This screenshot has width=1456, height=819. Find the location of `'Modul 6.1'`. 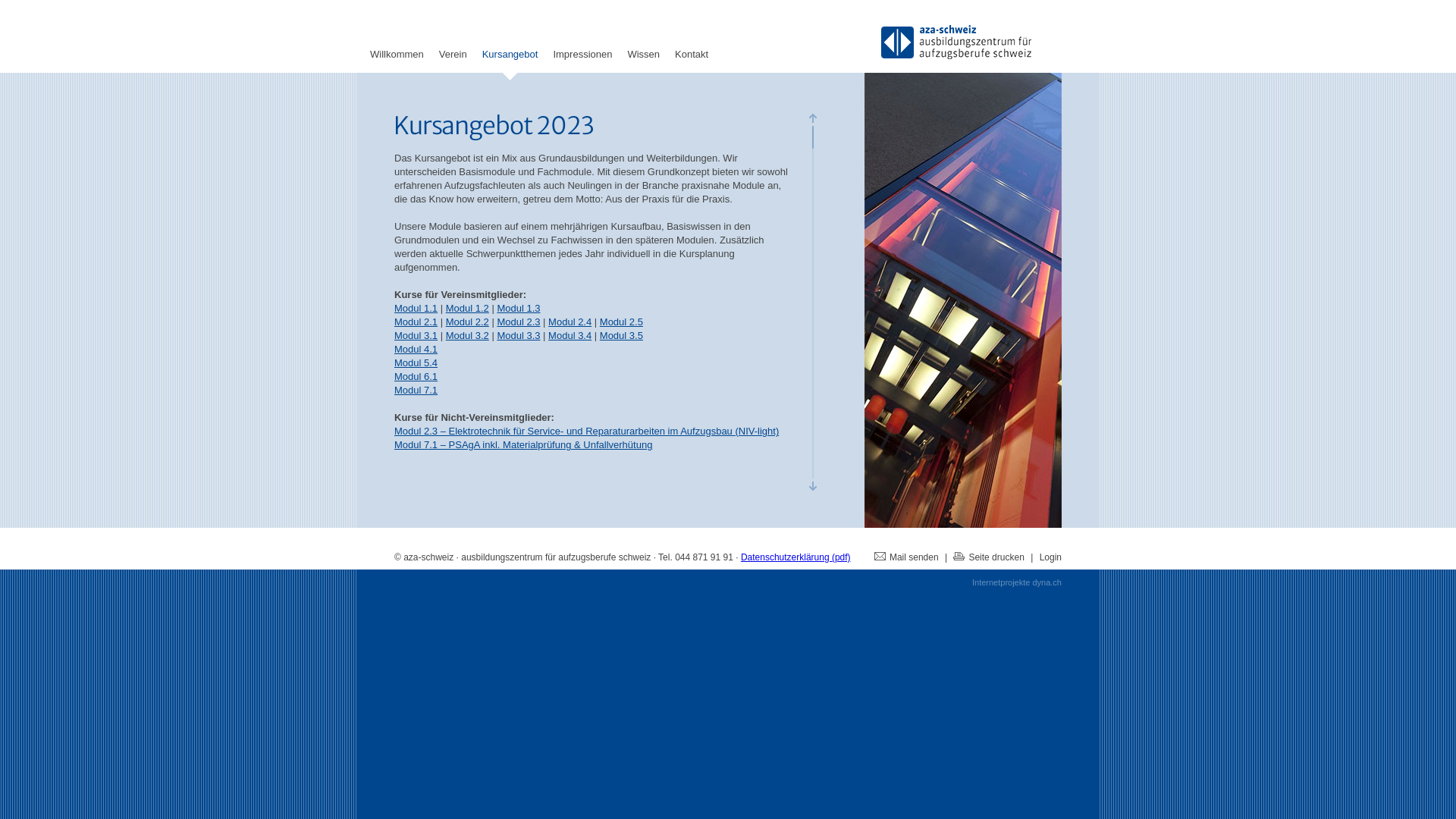

'Modul 6.1' is located at coordinates (416, 375).